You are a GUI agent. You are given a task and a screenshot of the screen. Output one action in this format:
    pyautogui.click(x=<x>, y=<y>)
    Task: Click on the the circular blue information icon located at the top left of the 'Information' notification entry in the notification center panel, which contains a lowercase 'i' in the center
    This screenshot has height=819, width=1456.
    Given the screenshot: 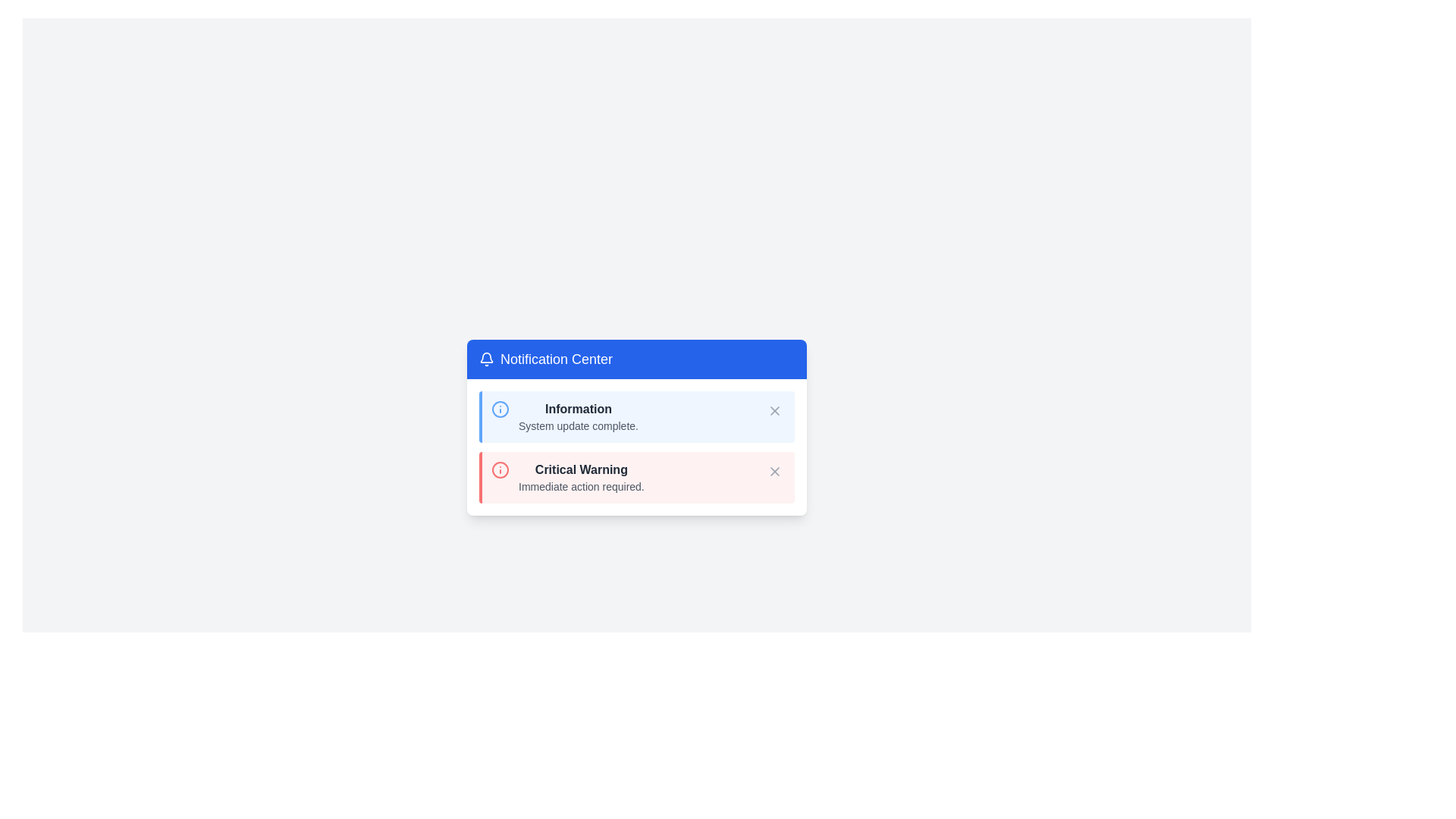 What is the action you would take?
    pyautogui.click(x=500, y=409)
    